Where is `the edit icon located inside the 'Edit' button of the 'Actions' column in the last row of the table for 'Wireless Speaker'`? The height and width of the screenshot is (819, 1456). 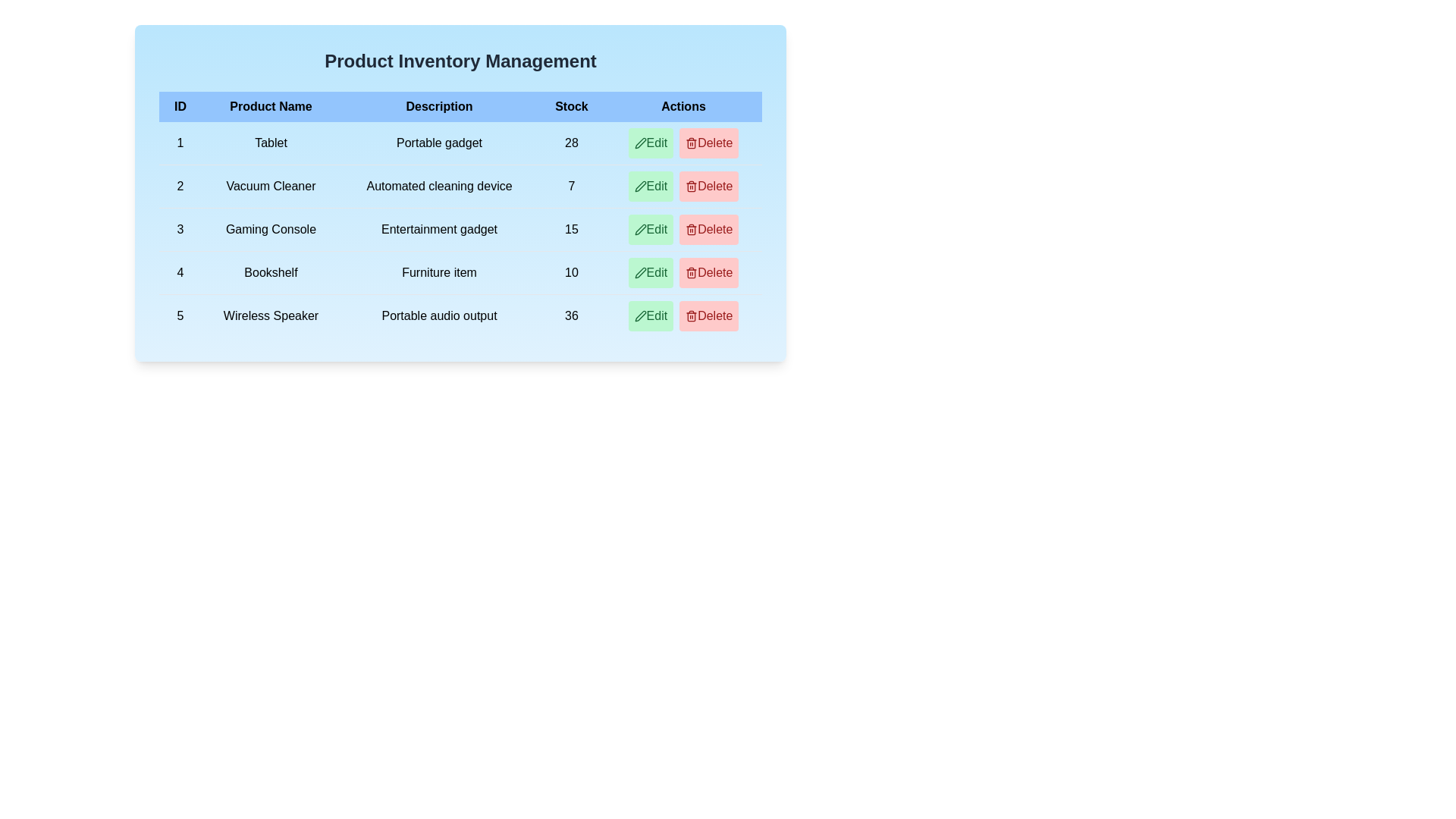
the edit icon located inside the 'Edit' button of the 'Actions' column in the last row of the table for 'Wireless Speaker' is located at coordinates (640, 315).